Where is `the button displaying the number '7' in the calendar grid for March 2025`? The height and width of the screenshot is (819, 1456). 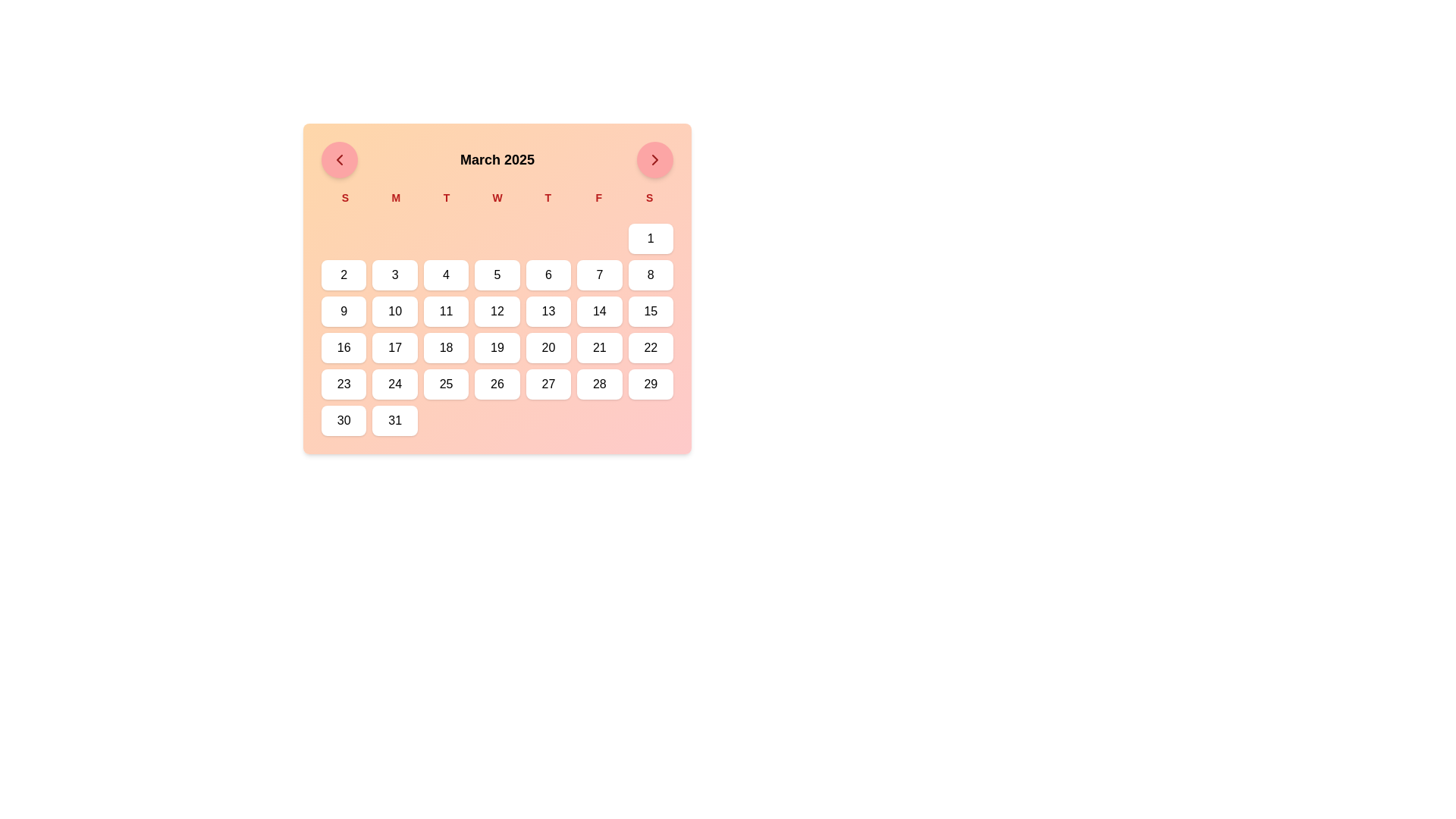 the button displaying the number '7' in the calendar grid for March 2025 is located at coordinates (598, 275).